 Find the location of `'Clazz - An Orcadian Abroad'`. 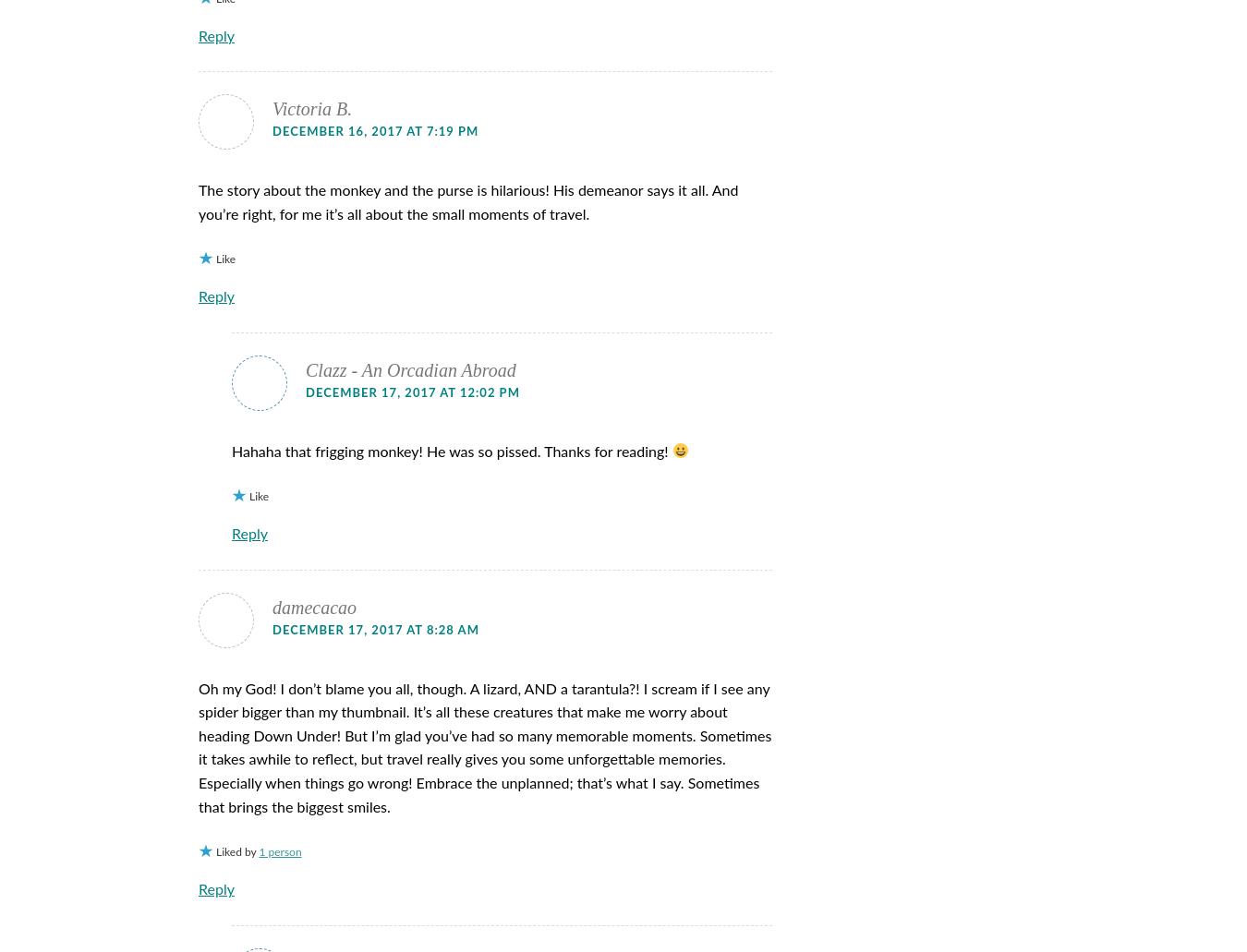

'Clazz - An Orcadian Abroad' is located at coordinates (410, 368).